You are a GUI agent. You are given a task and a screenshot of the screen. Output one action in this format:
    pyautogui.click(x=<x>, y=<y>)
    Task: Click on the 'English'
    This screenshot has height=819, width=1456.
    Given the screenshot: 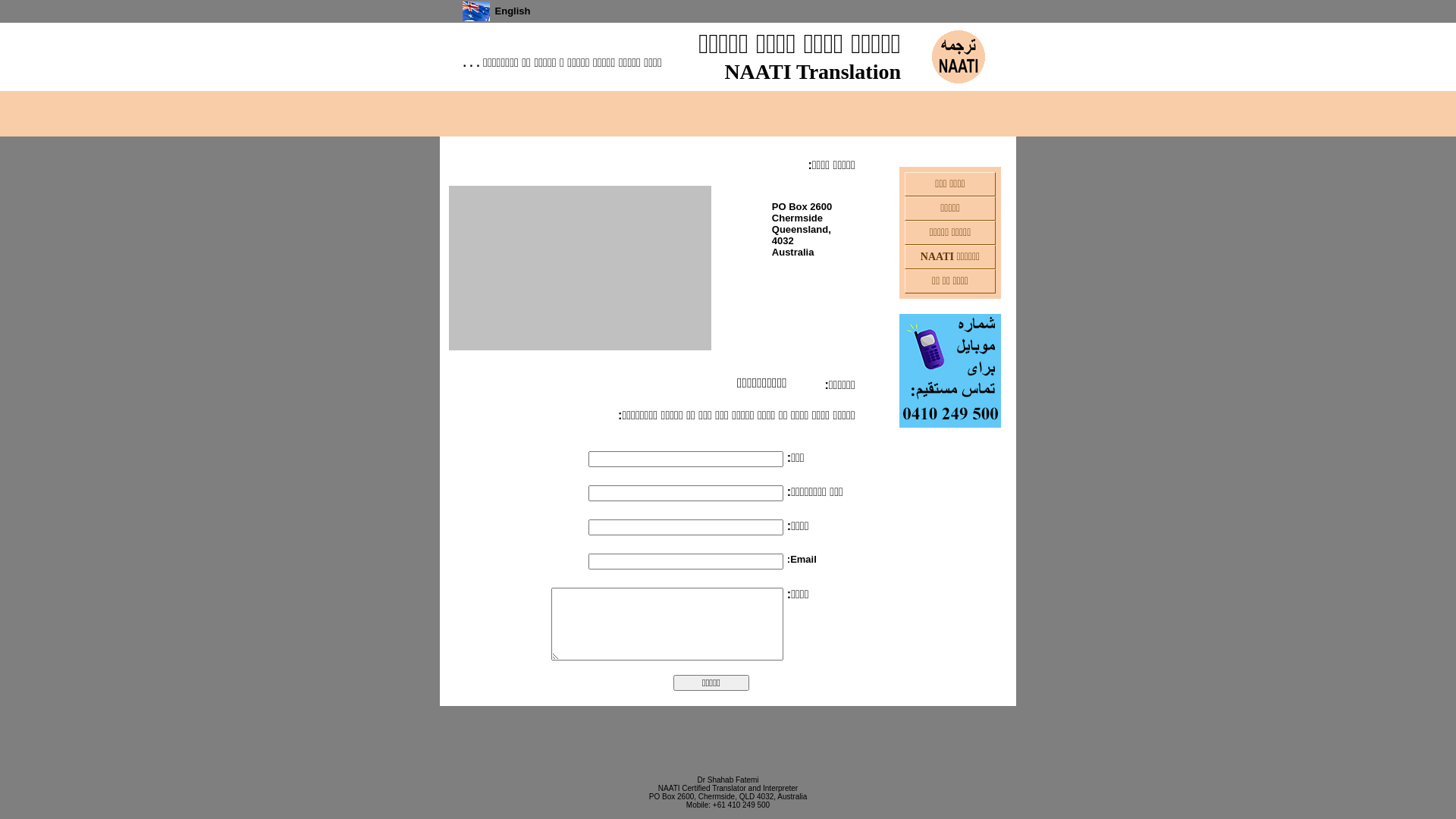 What is the action you would take?
    pyautogui.click(x=475, y=17)
    